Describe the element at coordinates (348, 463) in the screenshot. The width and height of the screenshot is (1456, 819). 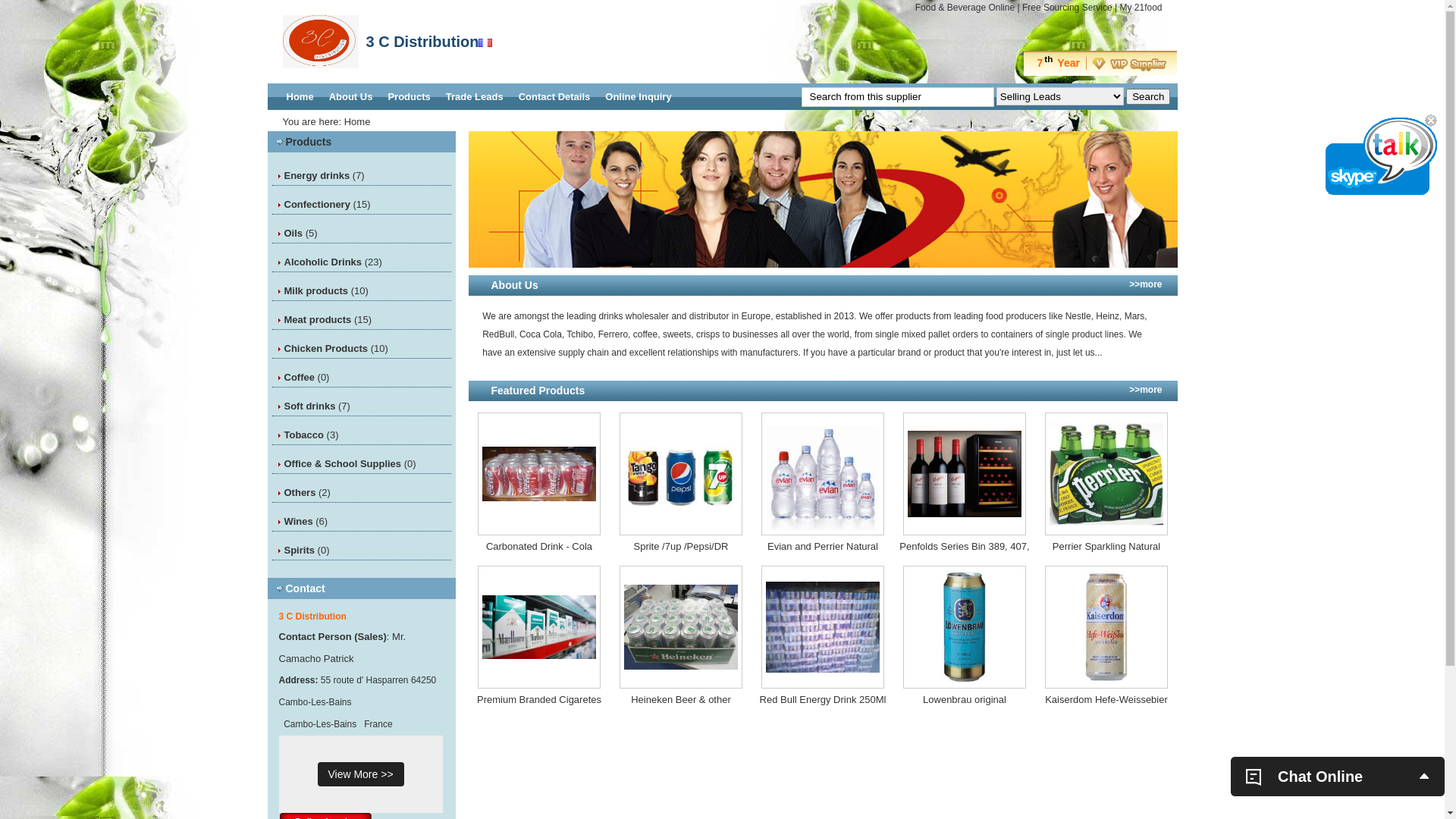
I see `'Office & School Supplies (0)'` at that location.